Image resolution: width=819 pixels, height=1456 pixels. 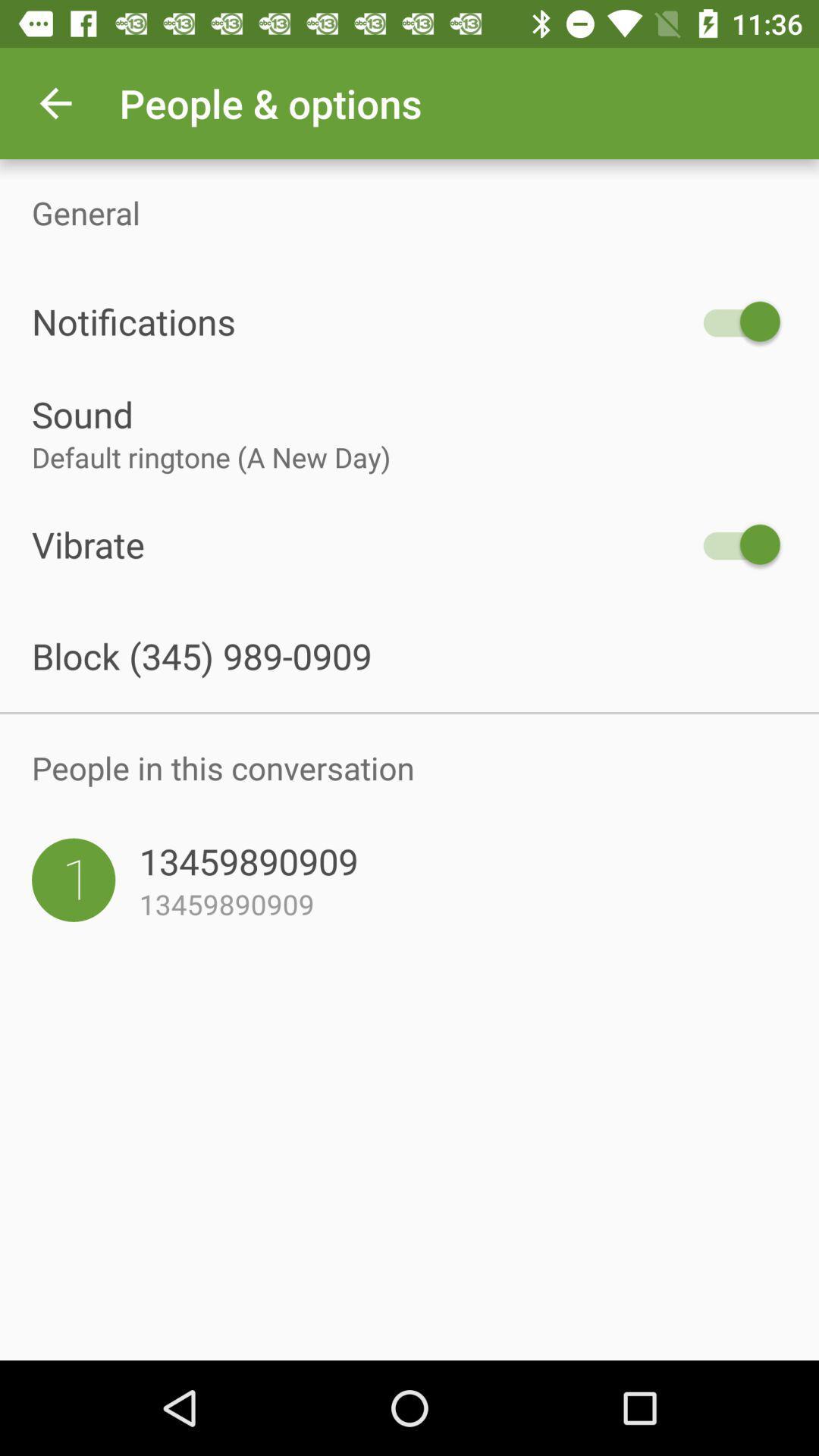 I want to click on icon next to the 13459890909 item, so click(x=74, y=880).